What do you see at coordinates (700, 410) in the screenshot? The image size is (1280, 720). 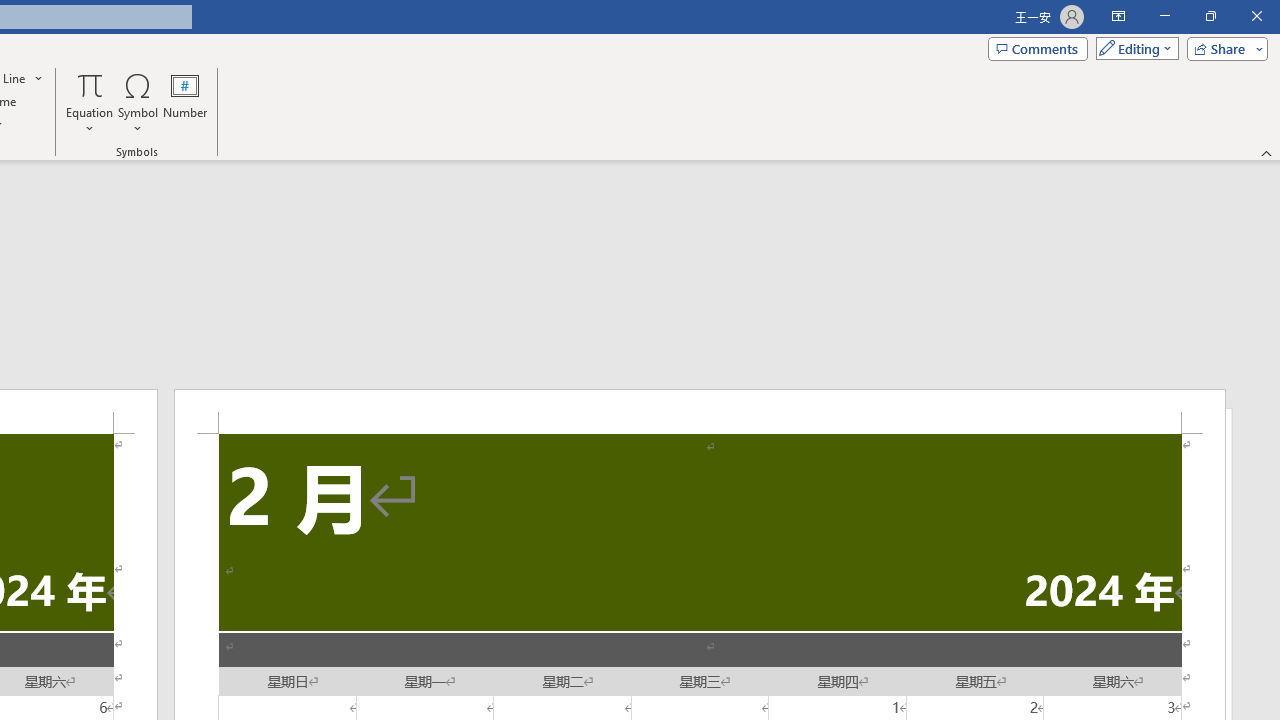 I see `'Header -Section 2-'` at bounding box center [700, 410].